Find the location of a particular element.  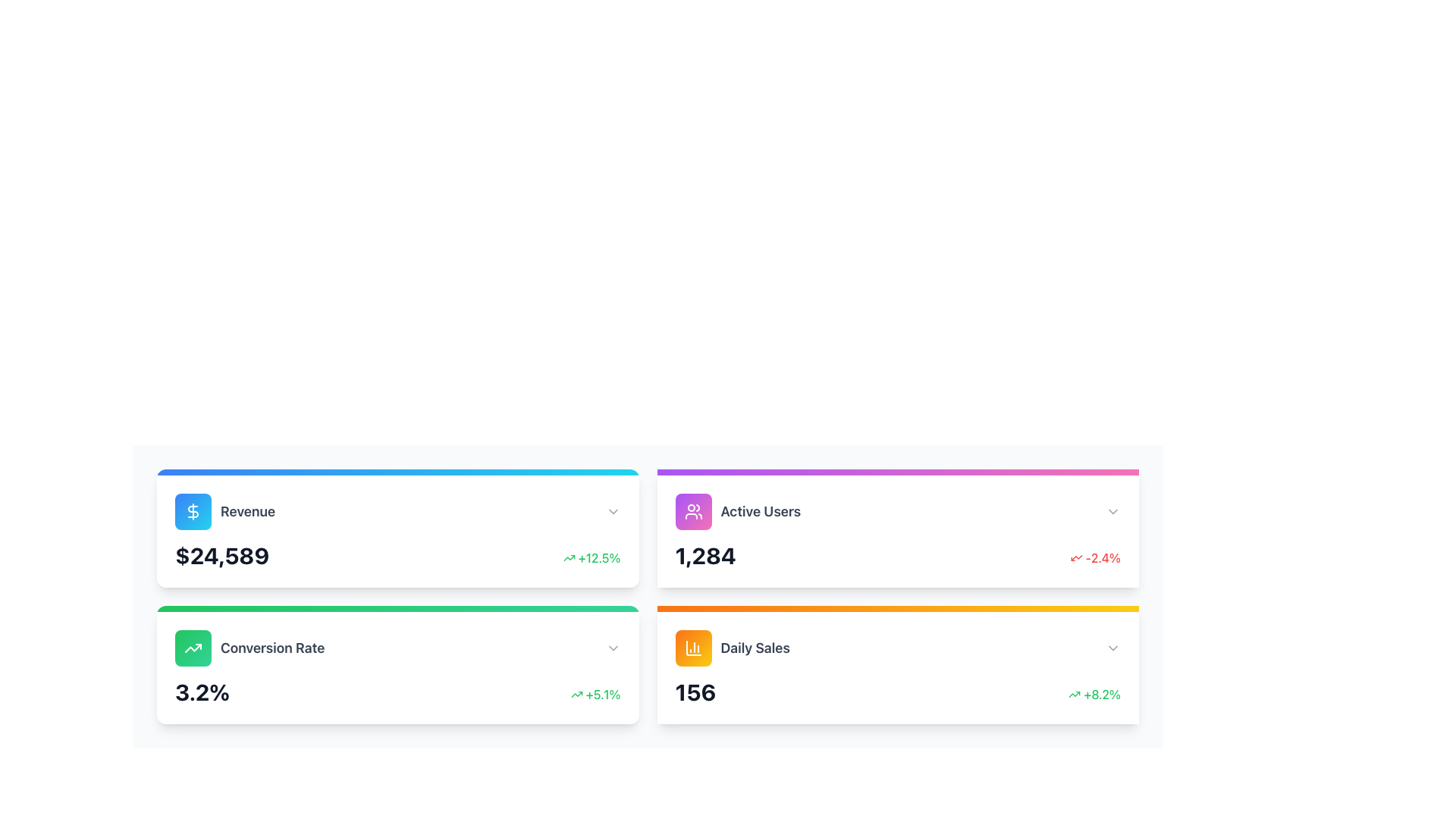

the 'Revenue' text label with the adjacent dollar sign icon, which is located at the top-left section of the dashboard interface is located at coordinates (224, 512).